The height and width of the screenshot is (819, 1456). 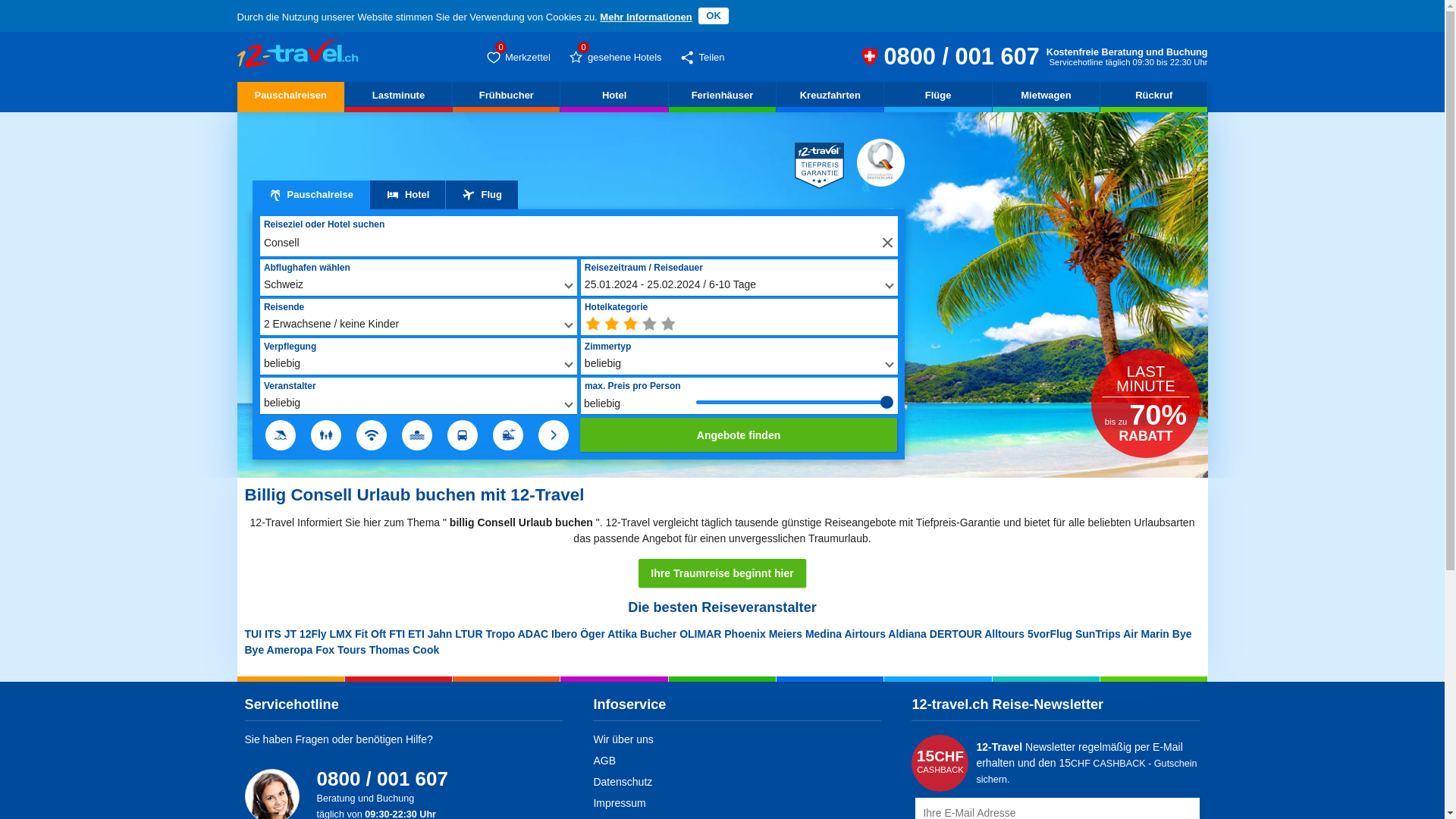 I want to click on 'Billig Consell Urlaub buchen geht nur hier', so click(x=236, y=52).